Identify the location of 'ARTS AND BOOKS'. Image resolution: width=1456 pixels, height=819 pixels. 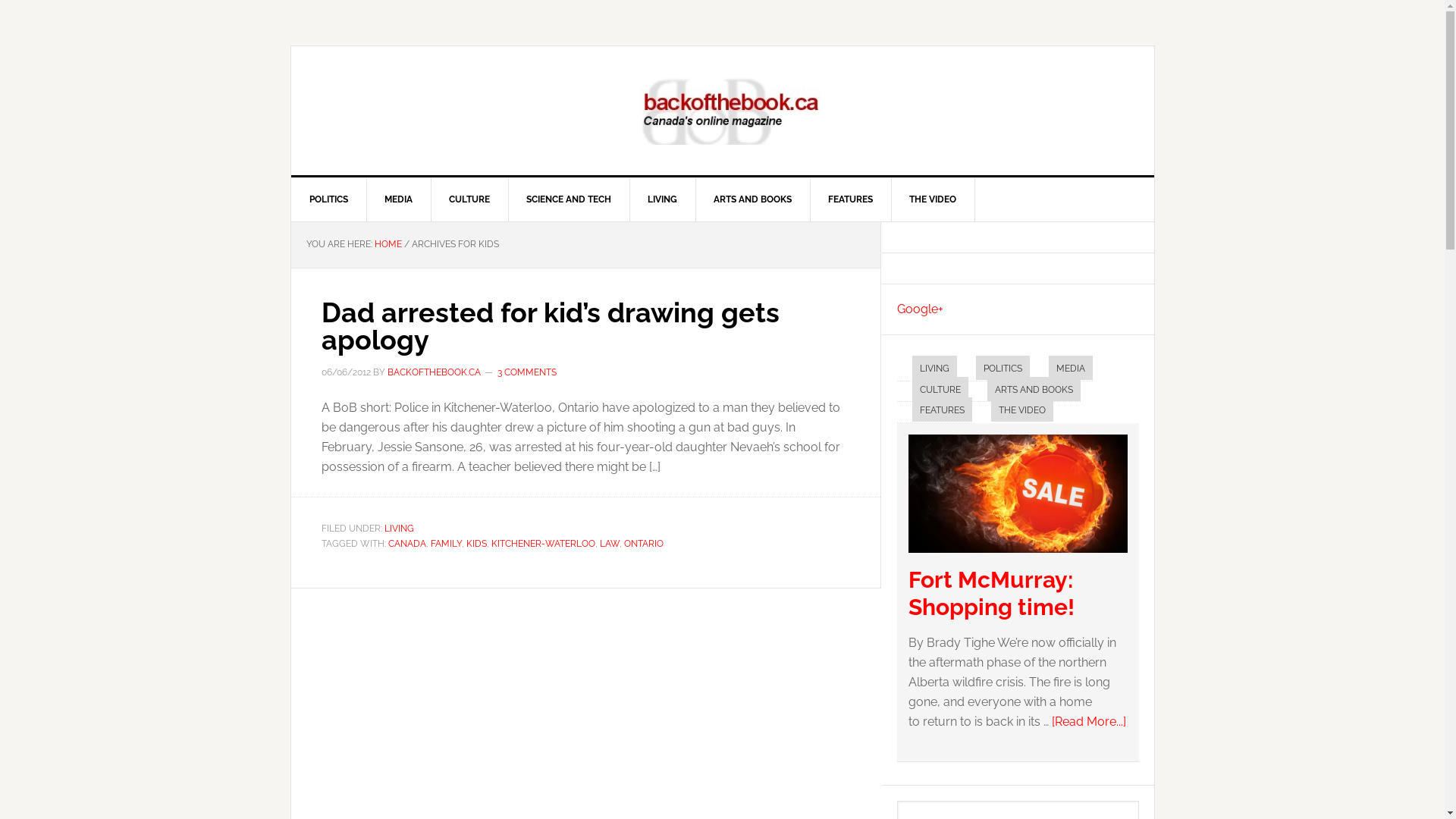
(752, 198).